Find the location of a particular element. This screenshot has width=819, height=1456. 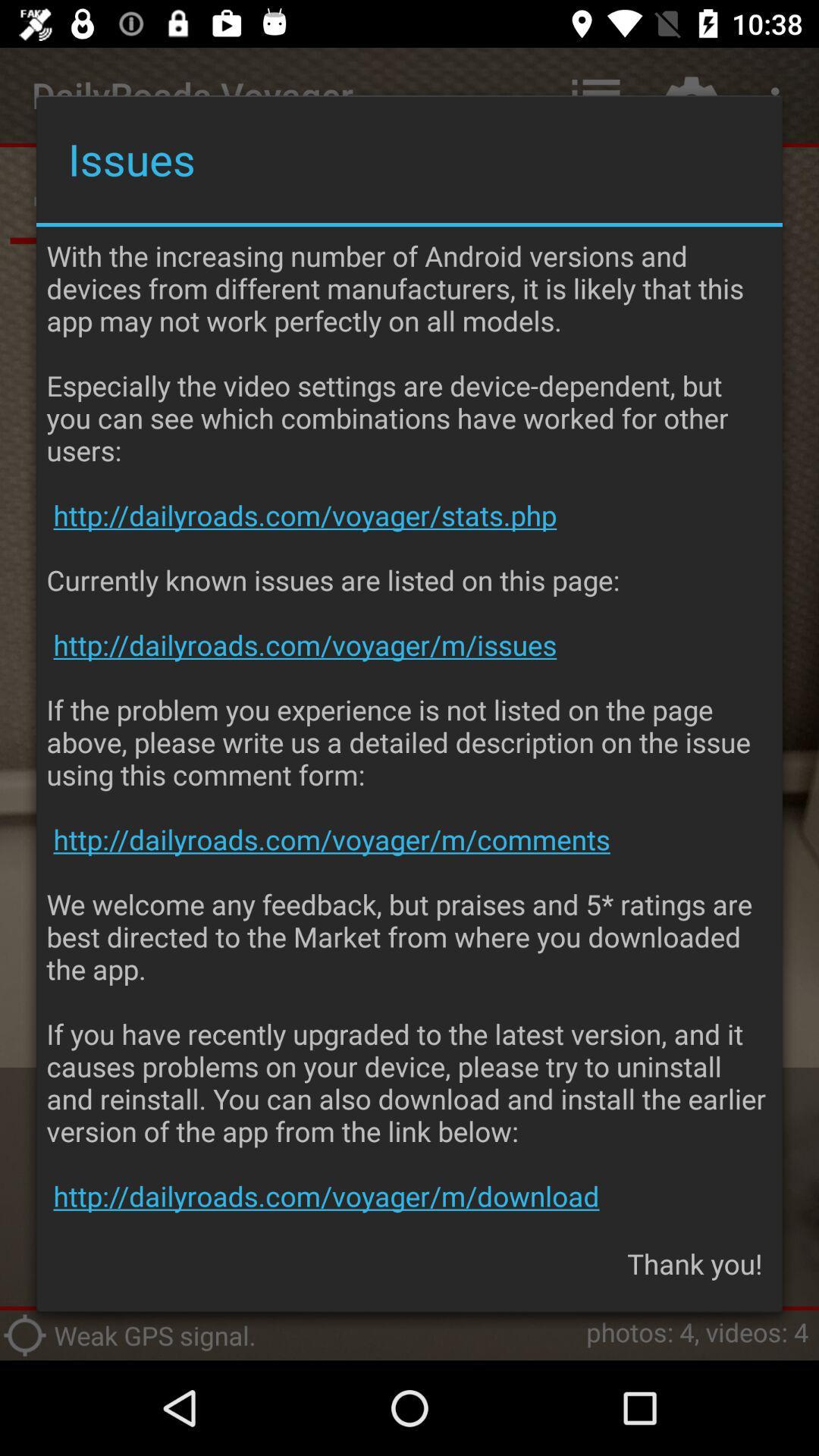

the with the increasing app is located at coordinates (409, 725).